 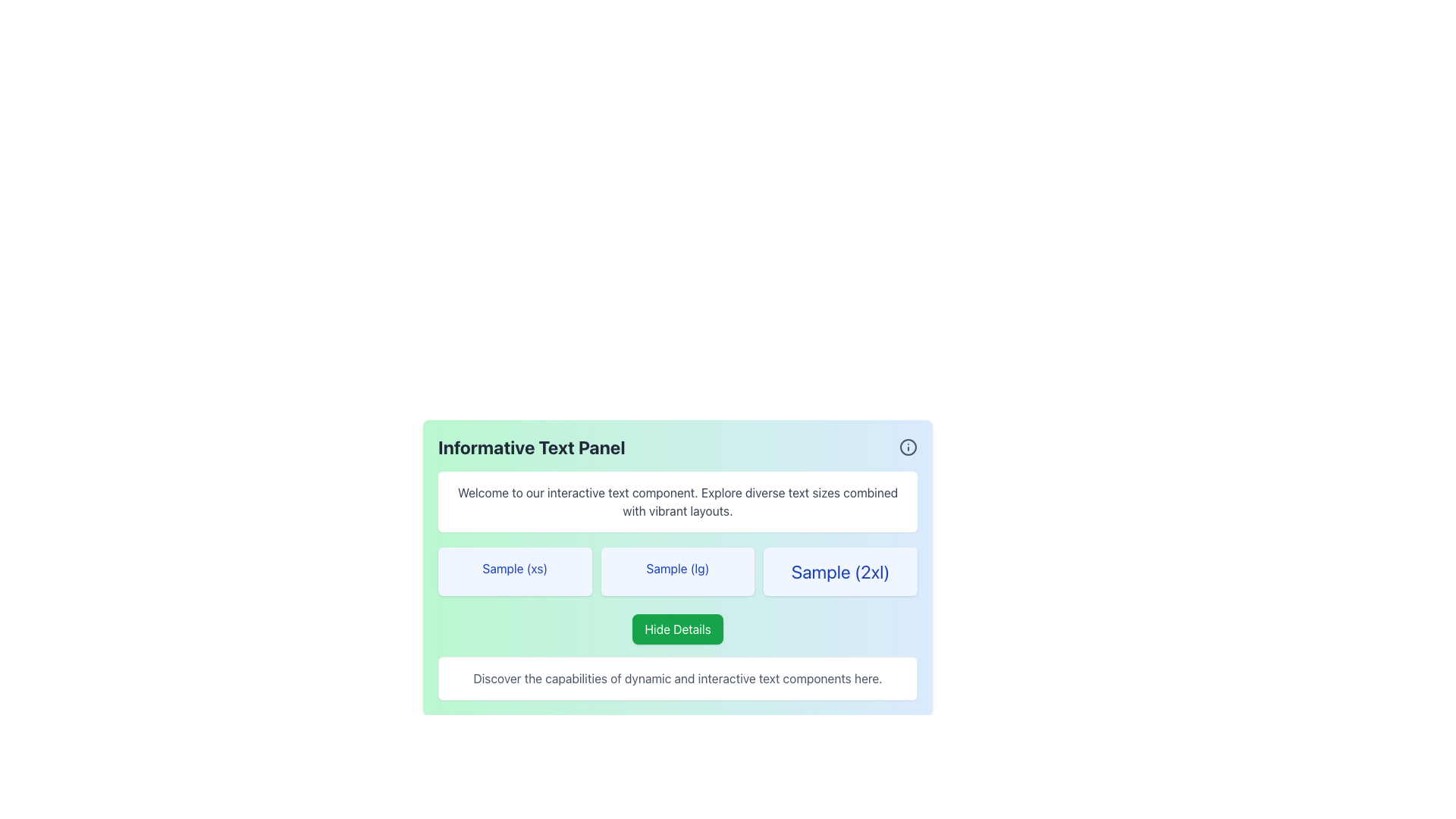 I want to click on the circular informational icon located in the top-right corner of the 'Informative Text Panel', so click(x=908, y=447).